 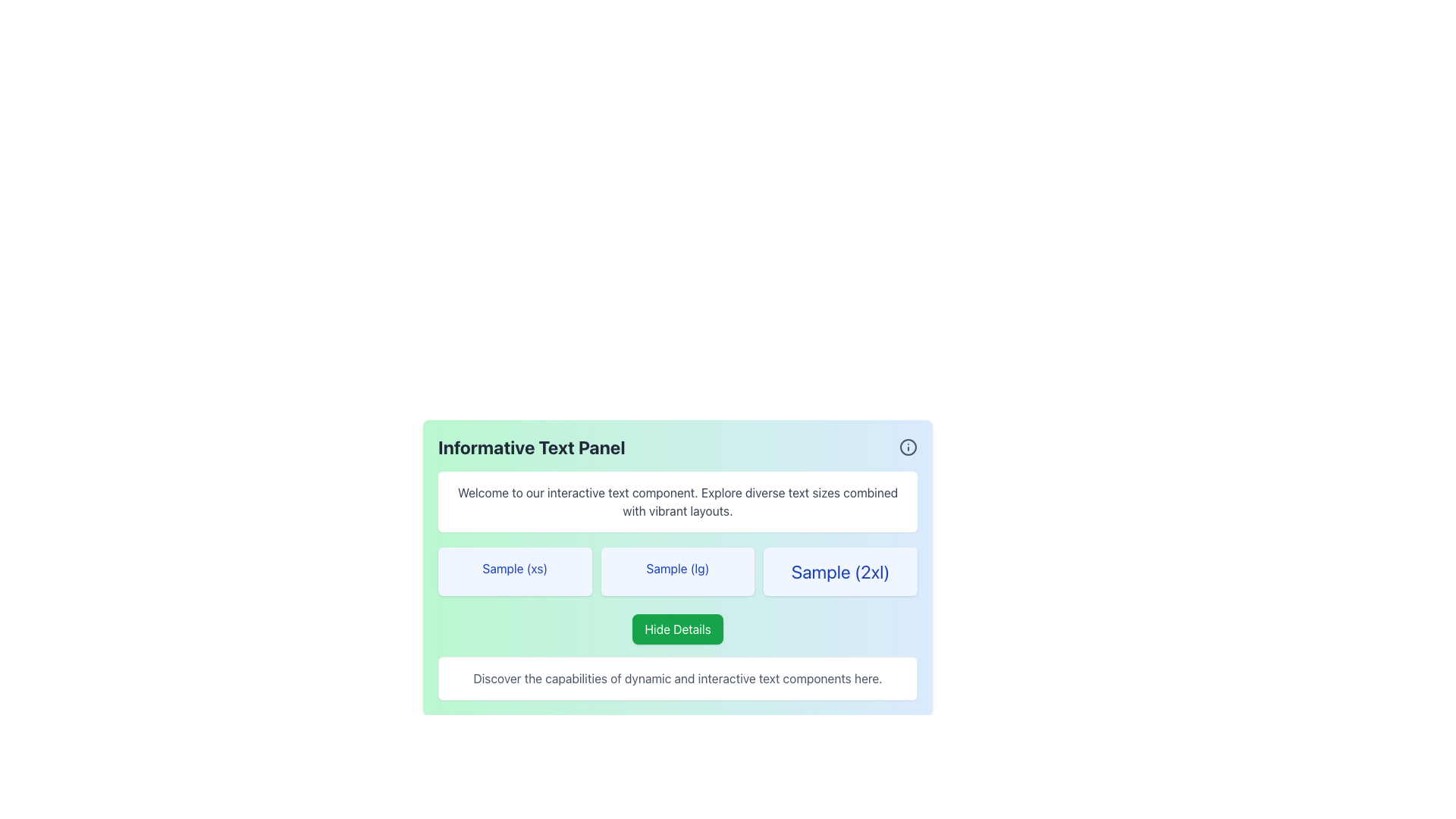 I want to click on the circular informational icon located in the top-right corner of the 'Informative Text Panel', so click(x=908, y=447).